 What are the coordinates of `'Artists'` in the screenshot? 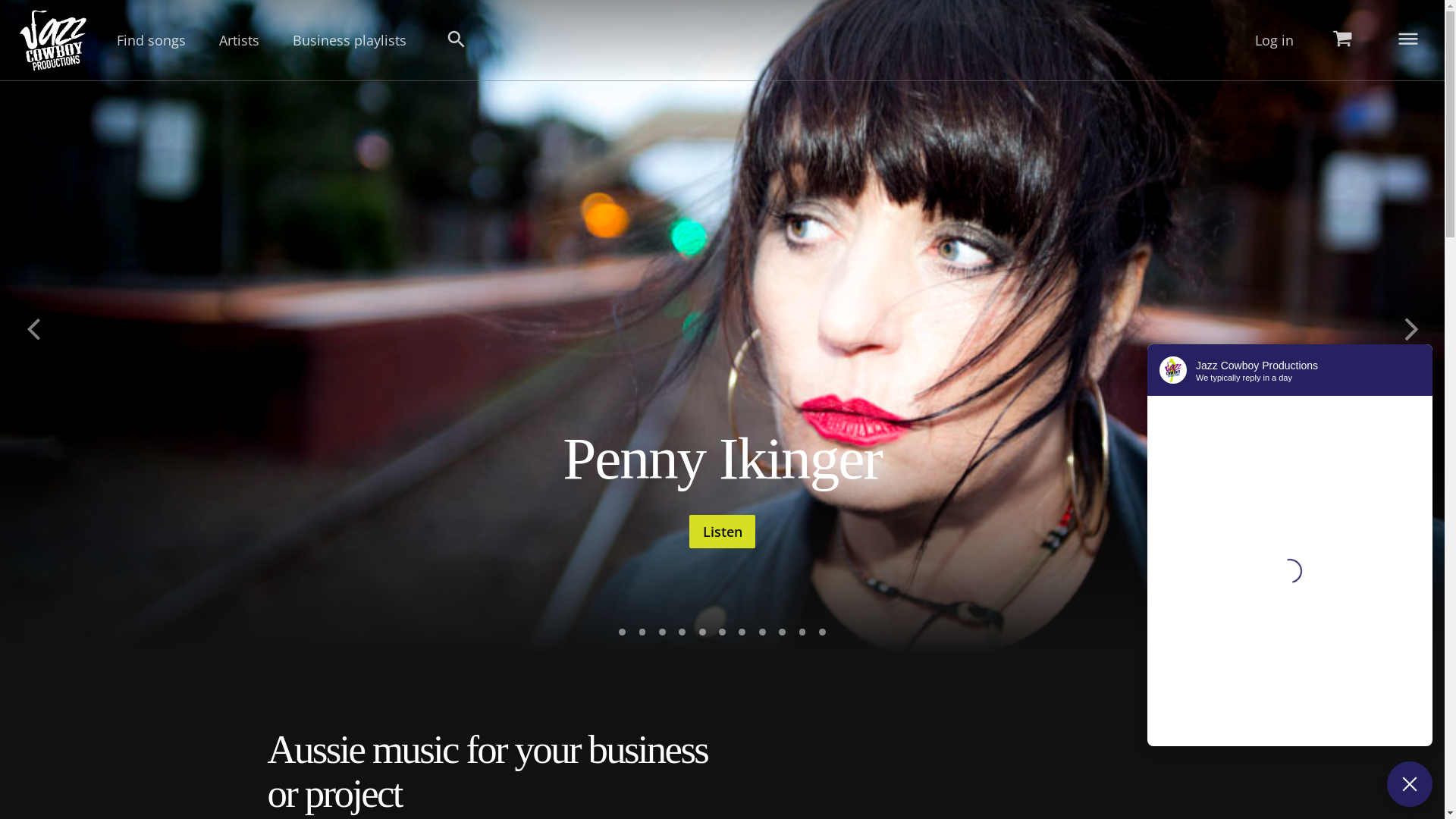 It's located at (218, 39).